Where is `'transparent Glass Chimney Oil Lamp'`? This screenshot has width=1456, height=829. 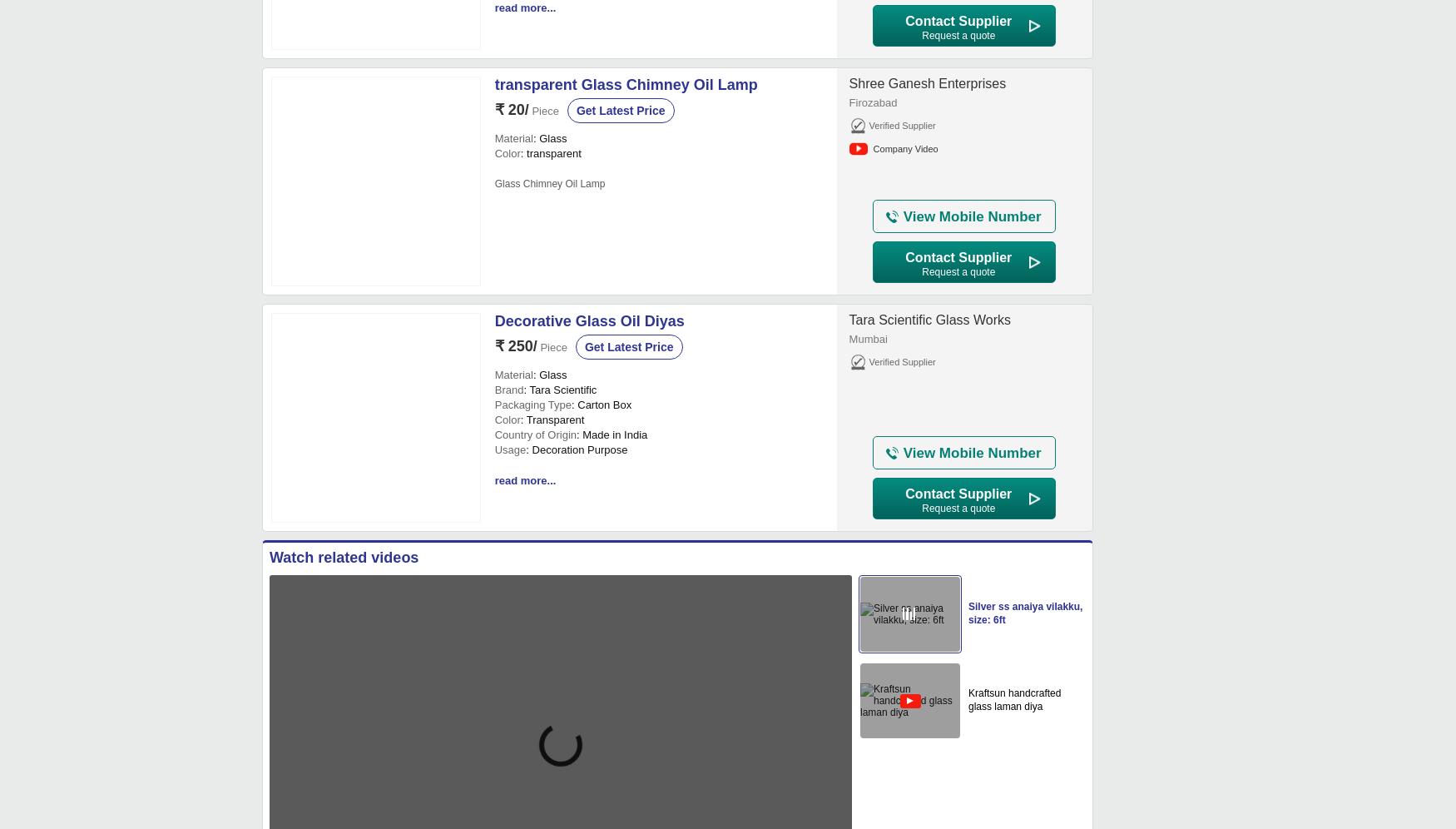
'transparent Glass Chimney Oil Lamp' is located at coordinates (624, 84).